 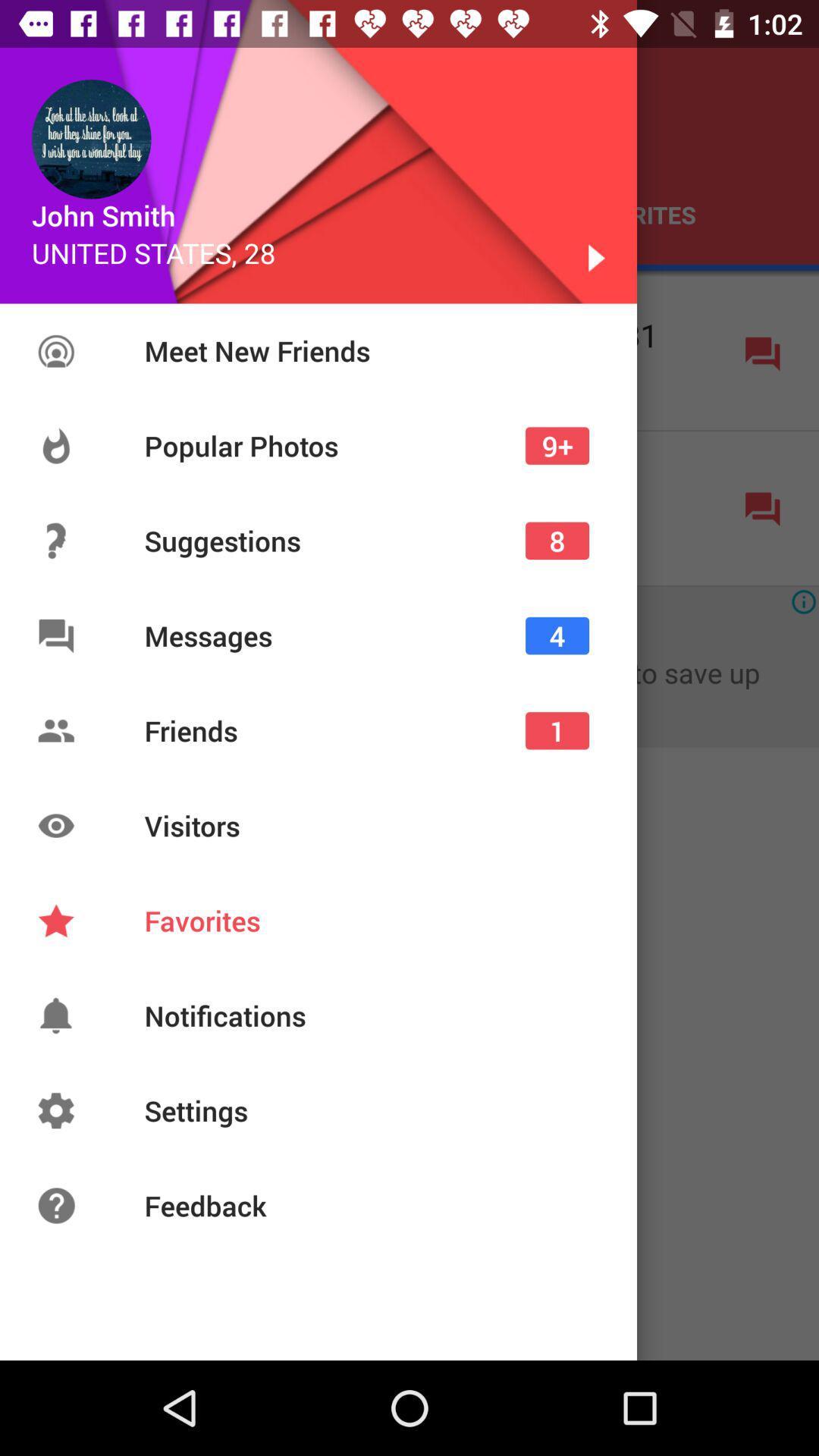 What do you see at coordinates (763, 509) in the screenshot?
I see `the icon present in right of second row` at bounding box center [763, 509].